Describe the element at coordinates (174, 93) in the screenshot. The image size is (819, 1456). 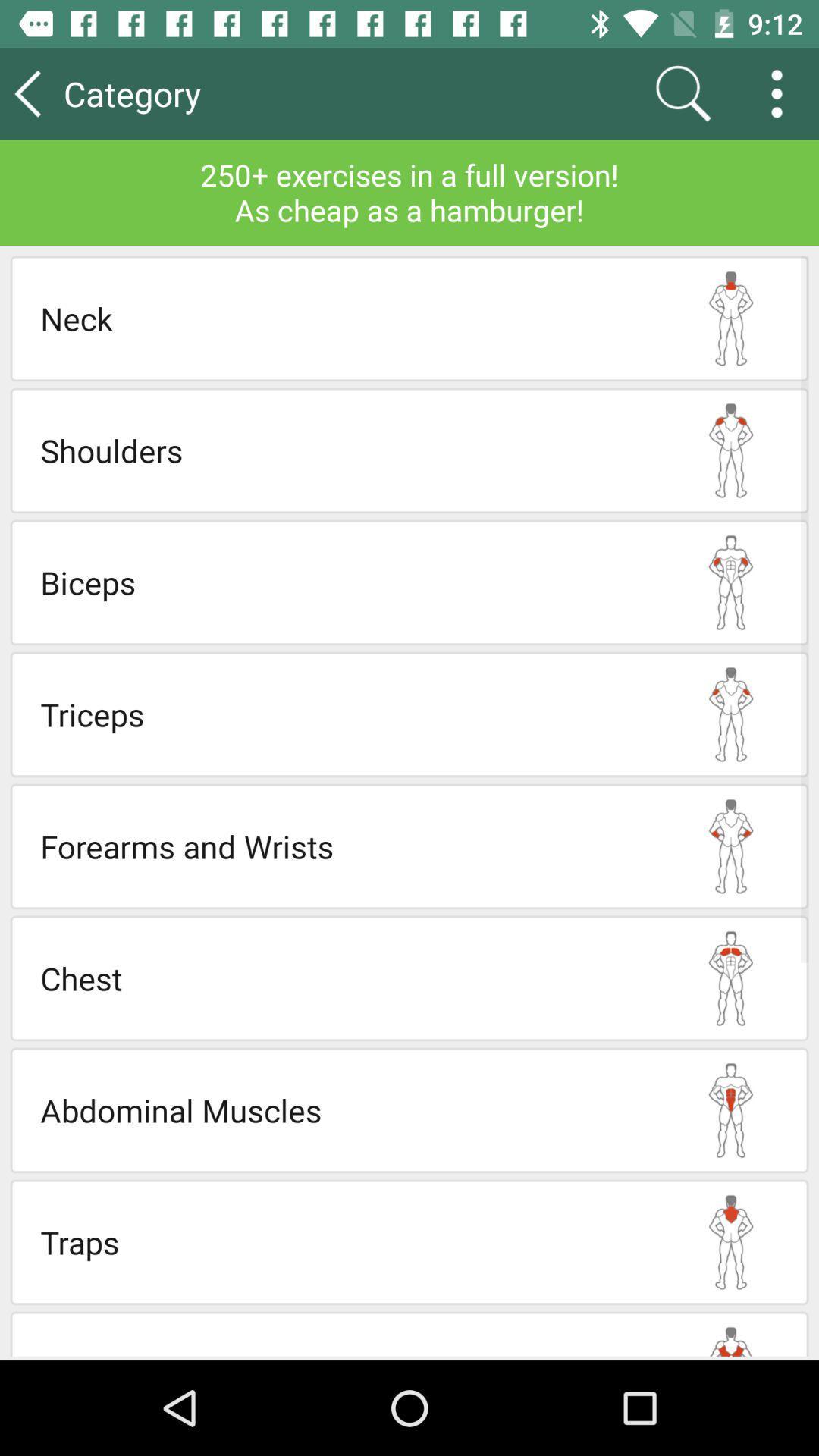
I see `the item at the top left corner` at that location.